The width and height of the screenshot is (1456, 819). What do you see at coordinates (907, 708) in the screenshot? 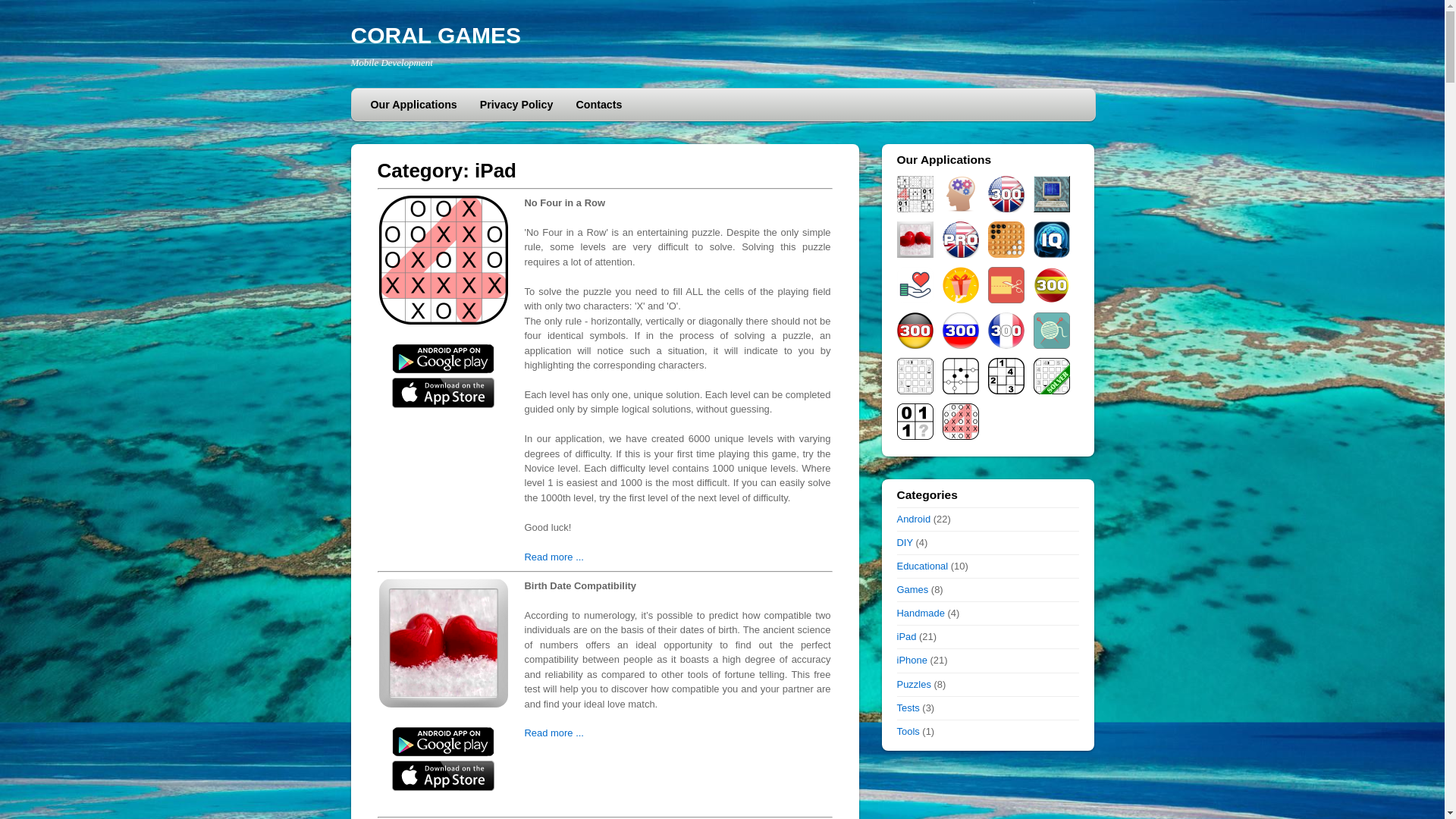
I see `'Tests'` at bounding box center [907, 708].